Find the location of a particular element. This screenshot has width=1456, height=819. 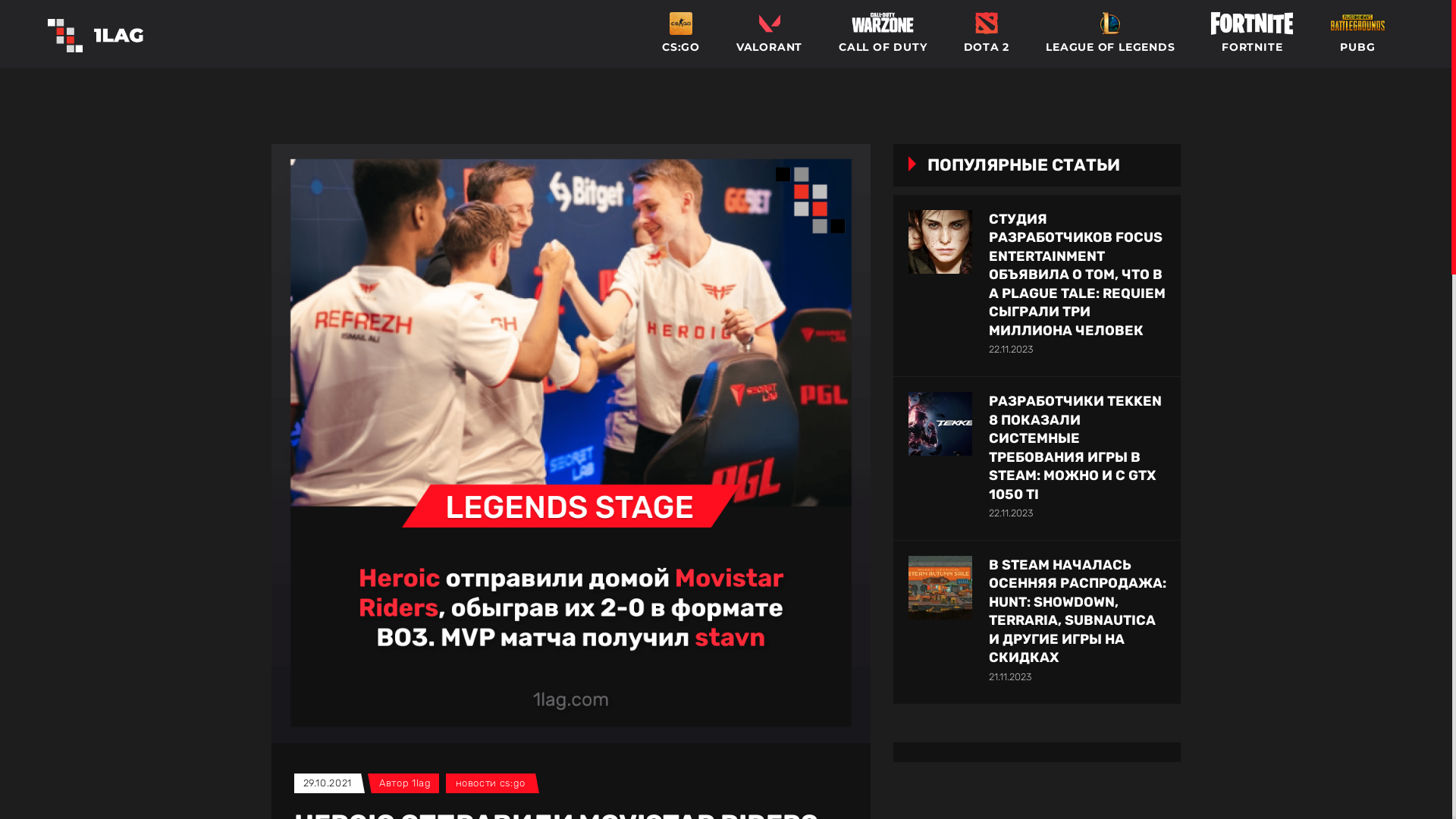

'DOTA 2' is located at coordinates (986, 34).